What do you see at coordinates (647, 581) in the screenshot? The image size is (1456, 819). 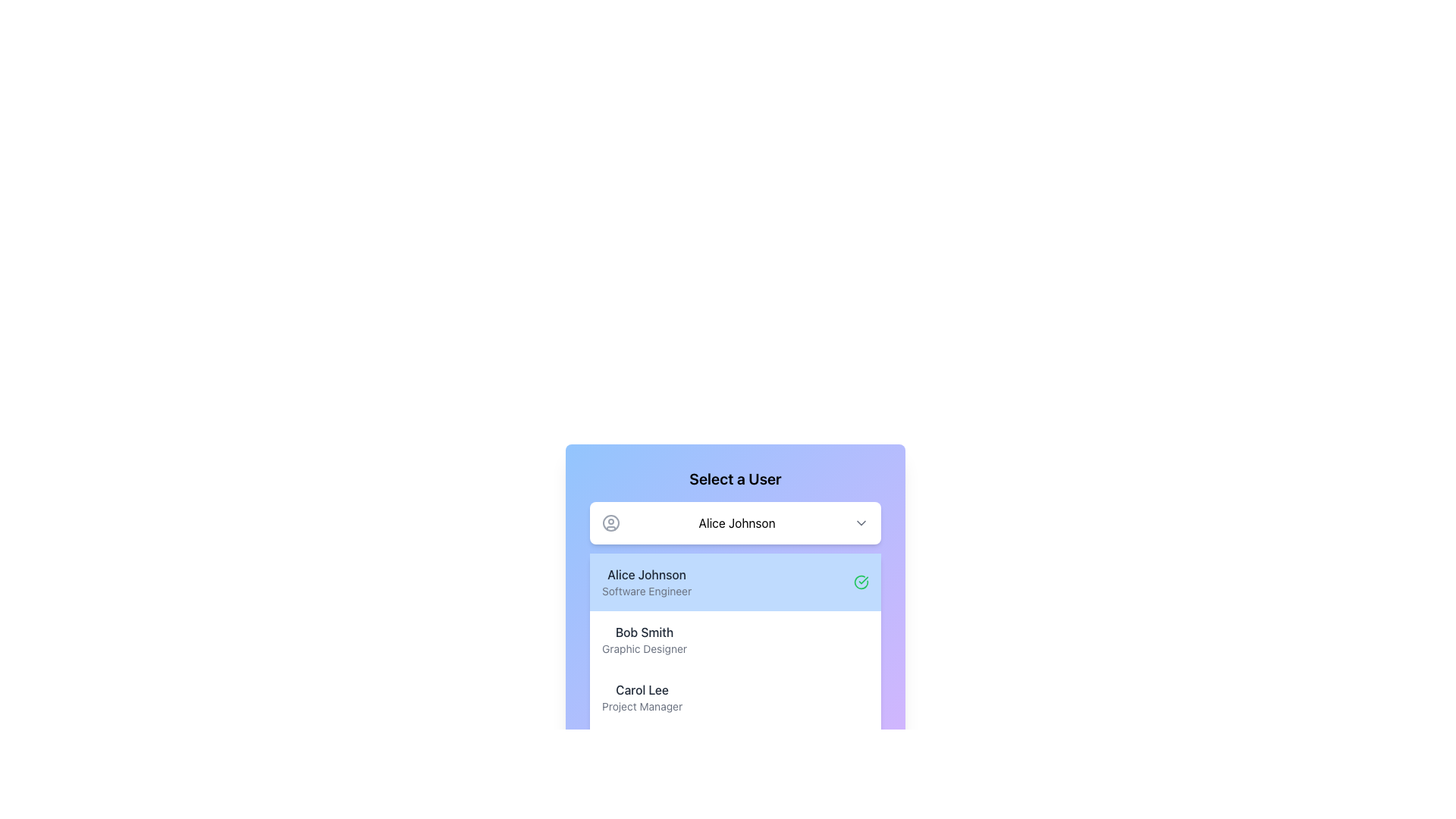 I see `the list item displaying 'Alice Johnson'` at bounding box center [647, 581].